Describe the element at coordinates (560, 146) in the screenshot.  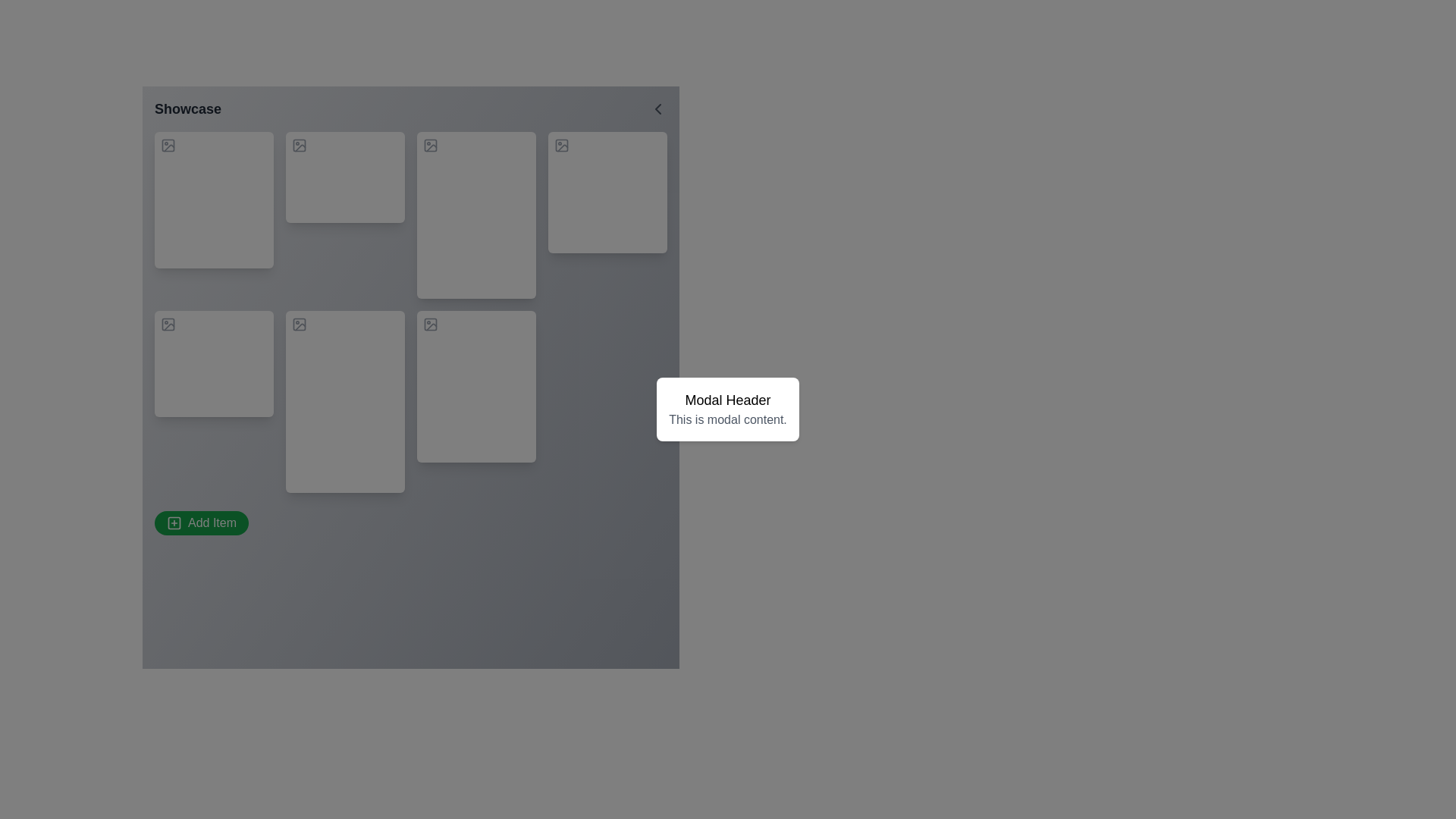
I see `the SVG graphical component that serves as a placeholder or background within the SVG graphic, located in the top left corner of its containing card` at that location.